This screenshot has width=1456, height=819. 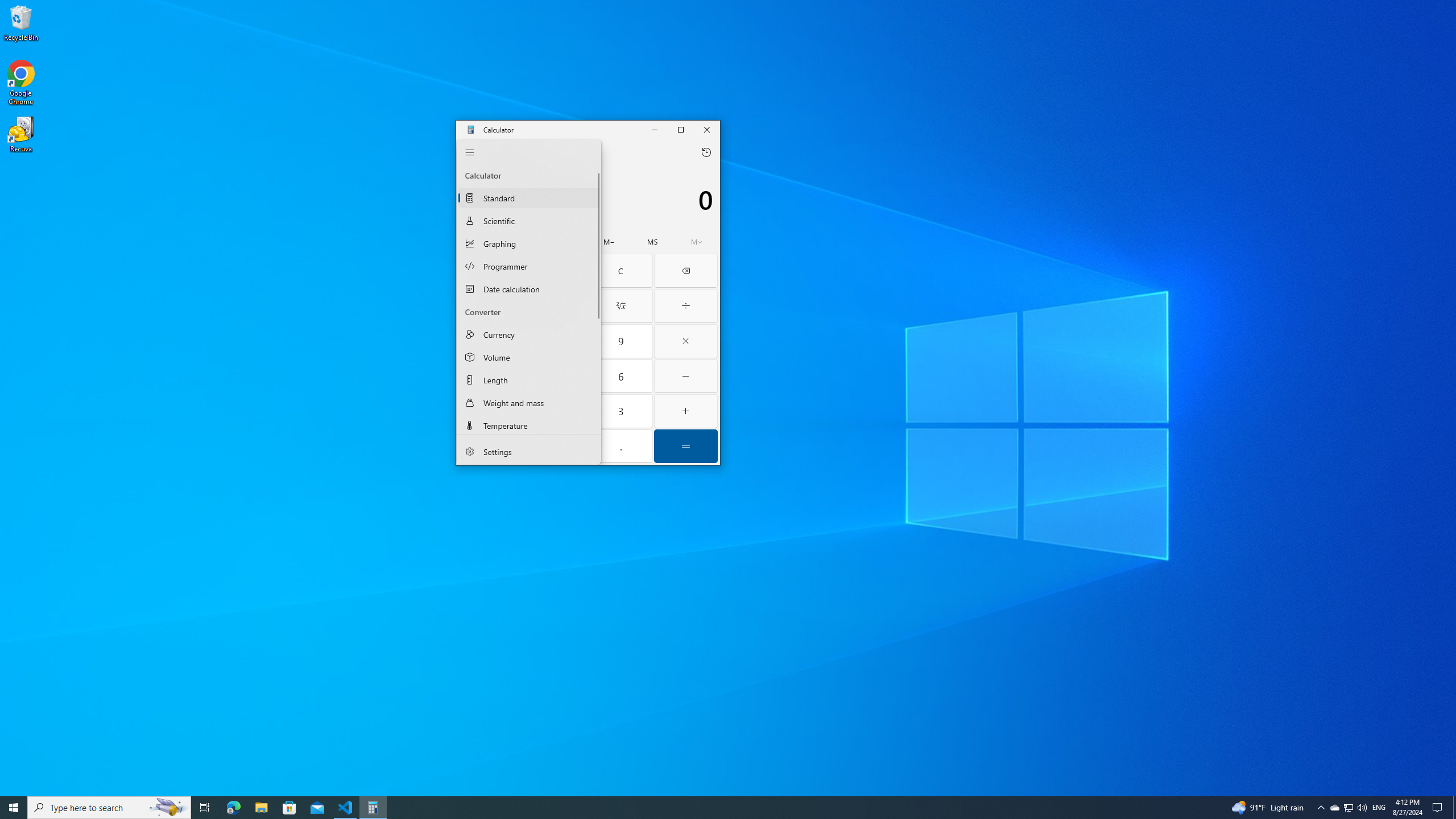 What do you see at coordinates (619, 305) in the screenshot?
I see `'Square root'` at bounding box center [619, 305].